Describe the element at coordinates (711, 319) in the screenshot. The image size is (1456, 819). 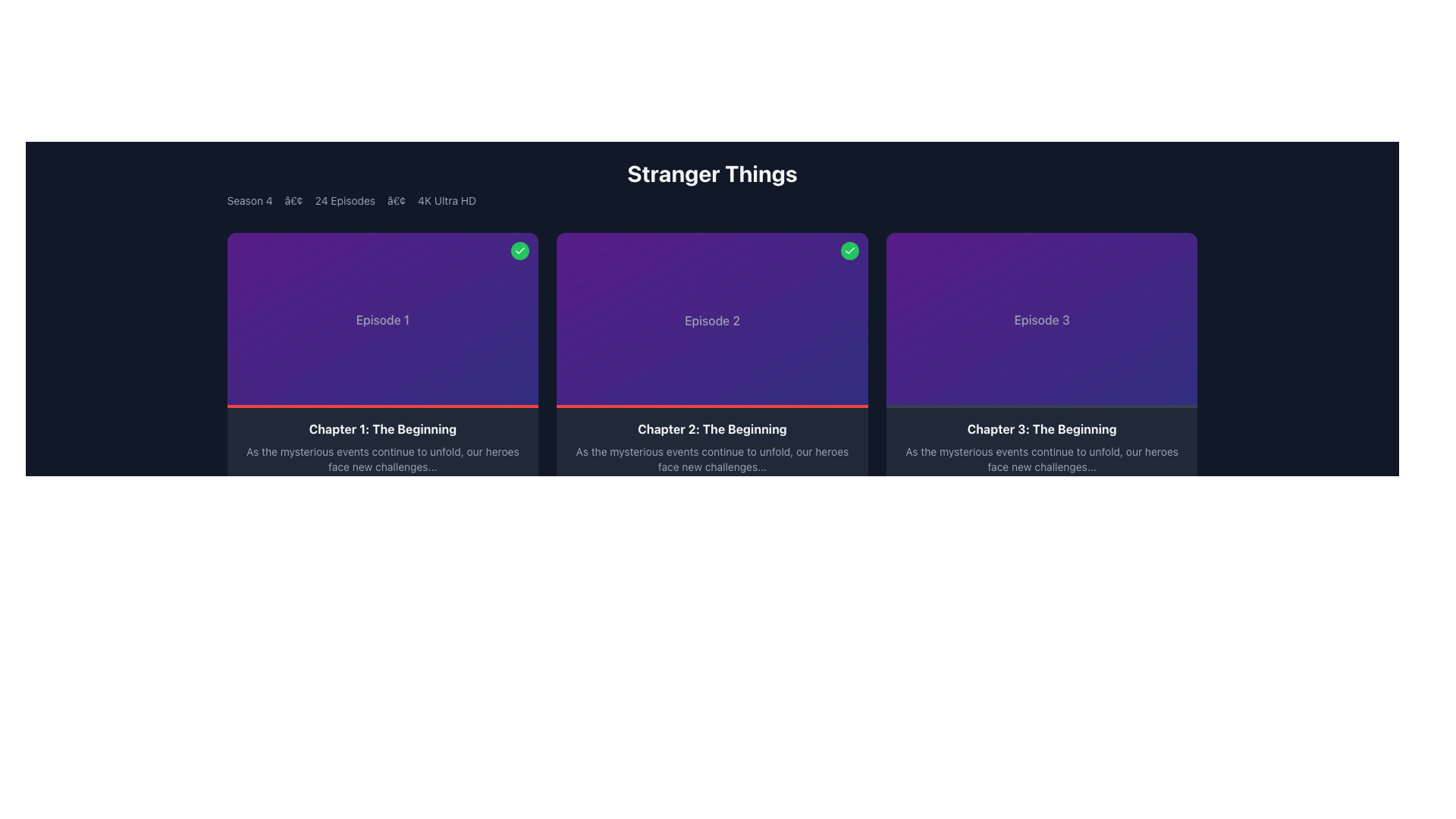
I see `text of the title label for 'Episode 2', which is styled with a gradient background and centered in a card component` at that location.